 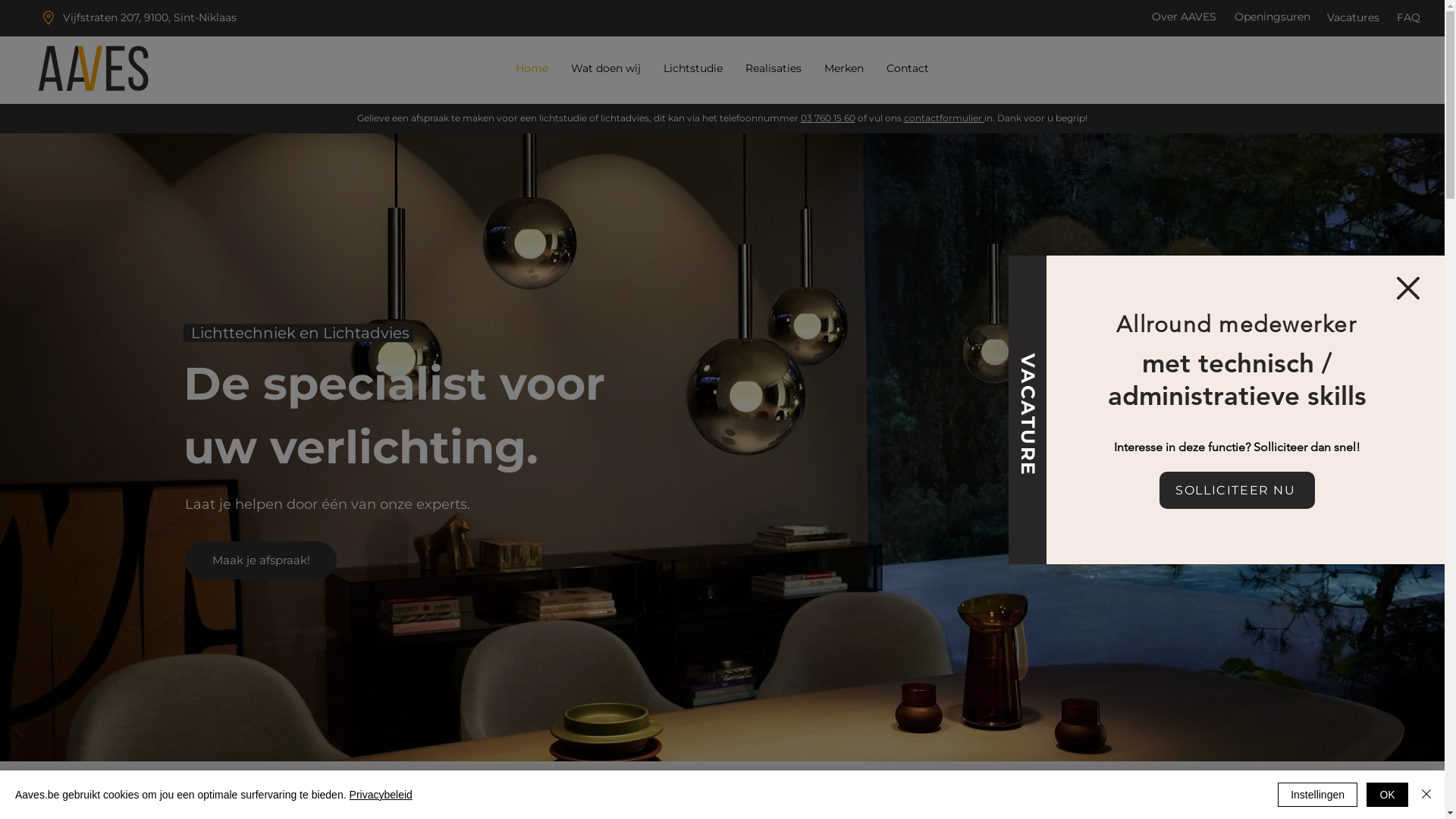 I want to click on 'Terug naar de website', so click(x=1407, y=287).